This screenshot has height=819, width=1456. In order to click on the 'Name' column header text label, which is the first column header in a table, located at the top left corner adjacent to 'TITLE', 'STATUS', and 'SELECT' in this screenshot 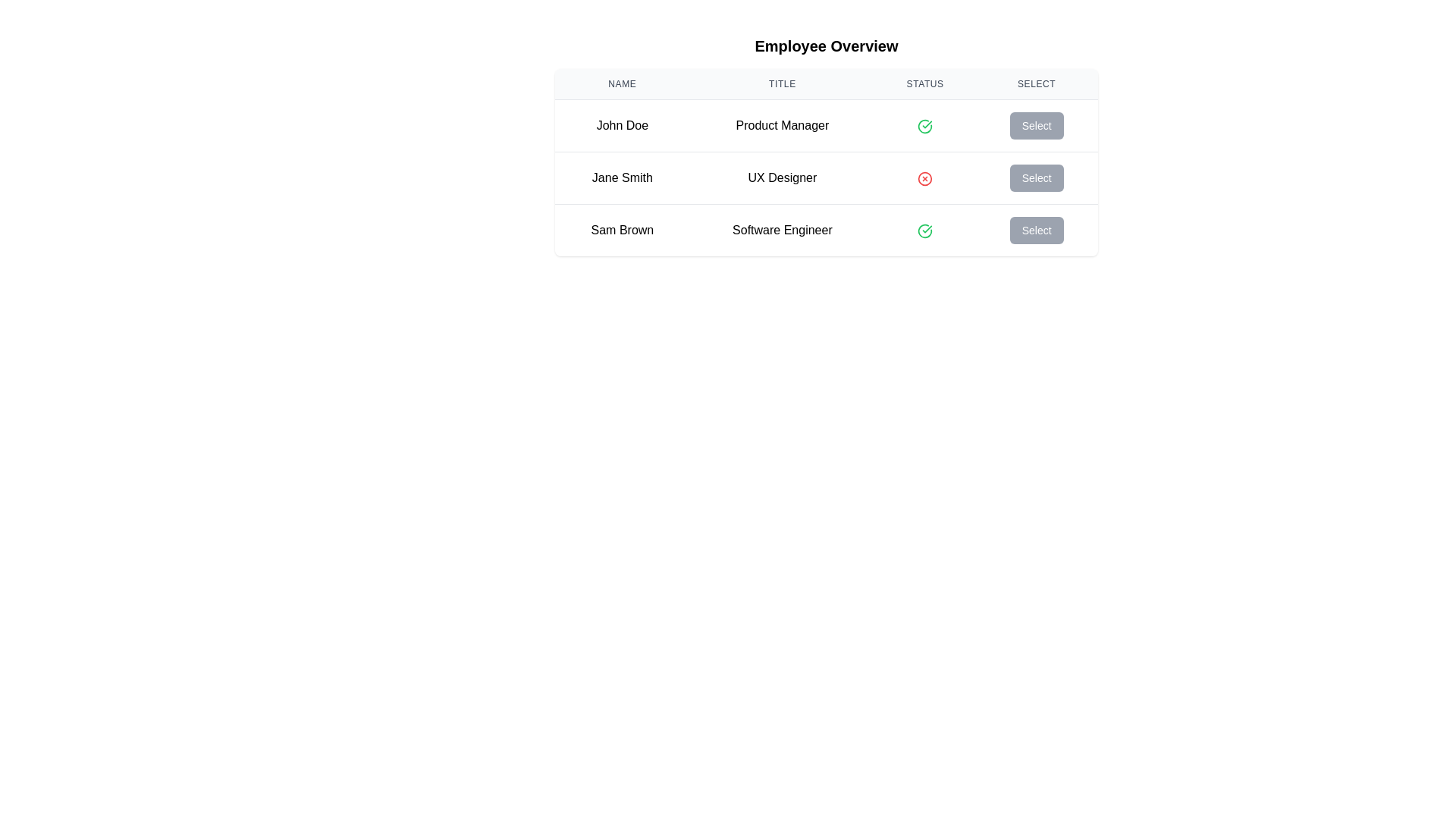, I will do `click(622, 84)`.